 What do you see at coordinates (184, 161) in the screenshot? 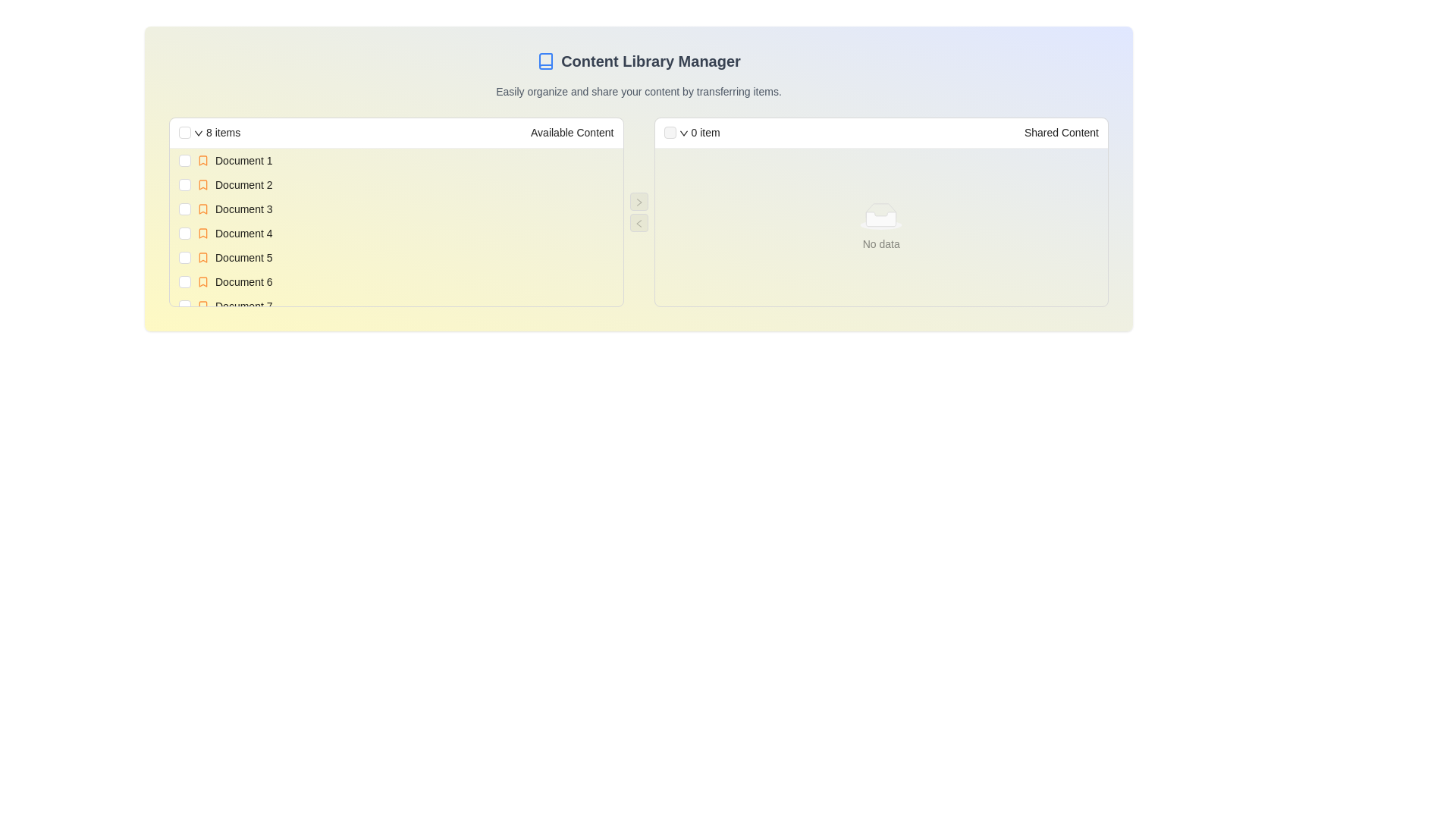
I see `the checkbox for 'Document 1'` at bounding box center [184, 161].